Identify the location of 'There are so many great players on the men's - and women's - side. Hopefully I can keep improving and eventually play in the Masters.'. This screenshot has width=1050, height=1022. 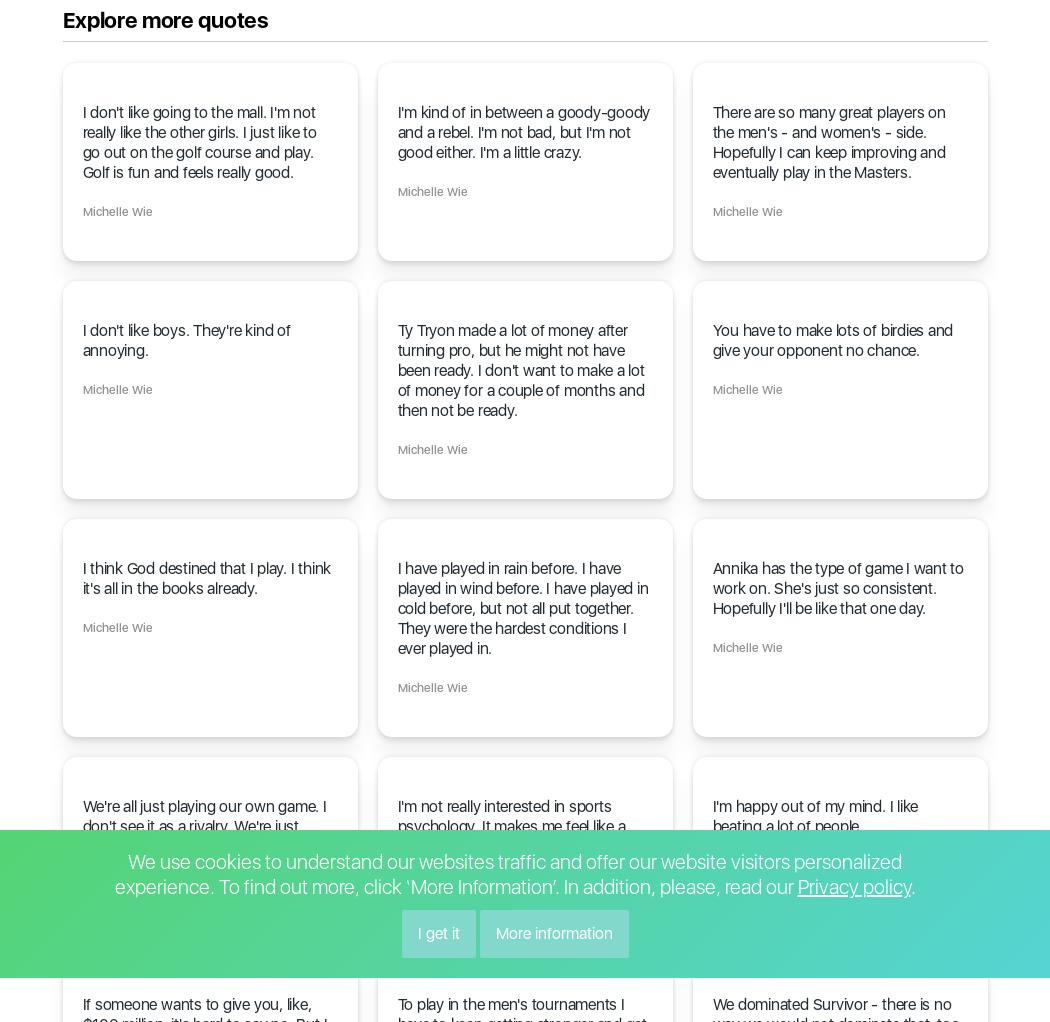
(828, 142).